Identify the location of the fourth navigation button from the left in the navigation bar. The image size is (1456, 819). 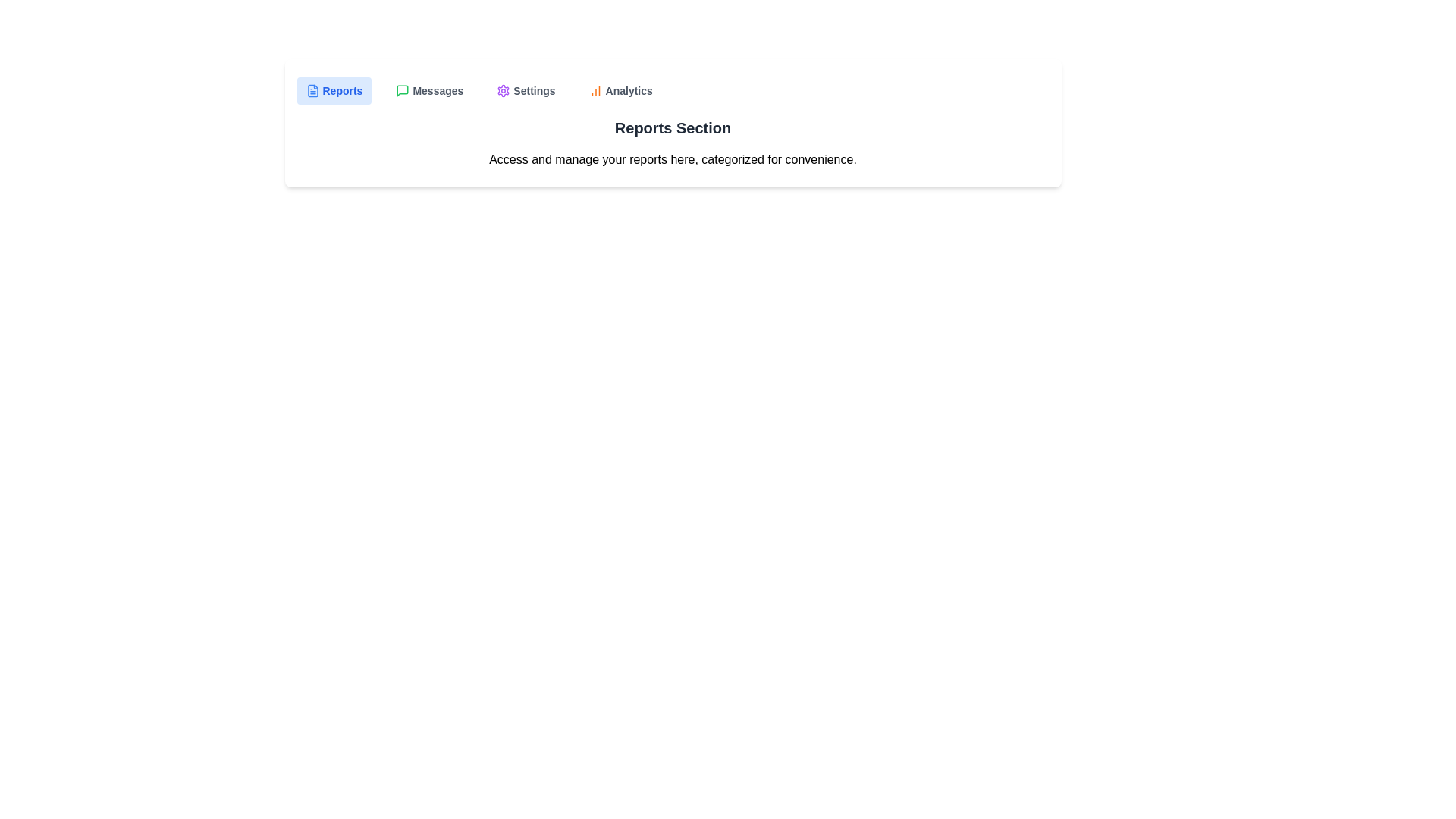
(620, 90).